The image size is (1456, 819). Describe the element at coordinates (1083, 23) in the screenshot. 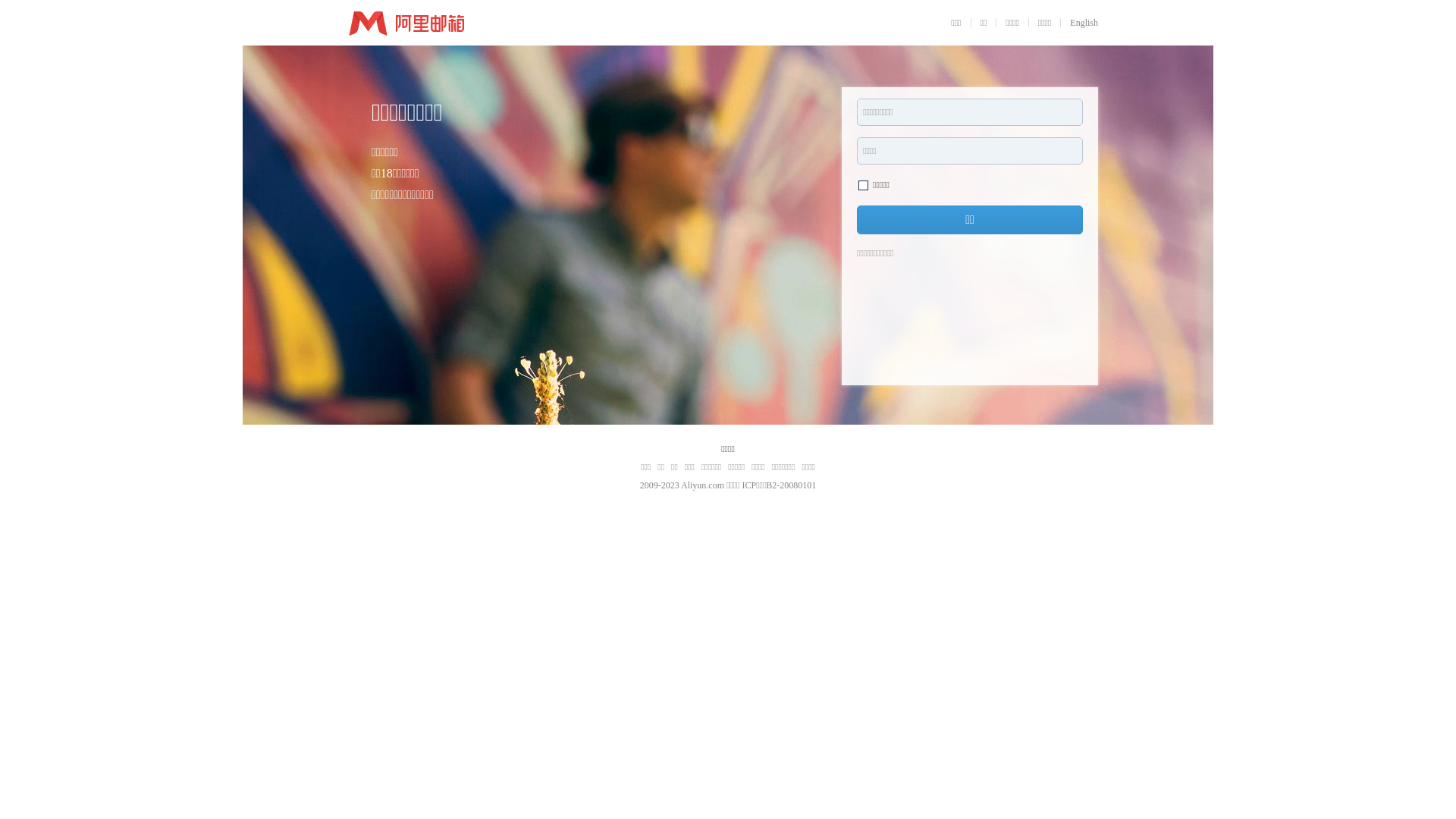

I see `'English'` at that location.